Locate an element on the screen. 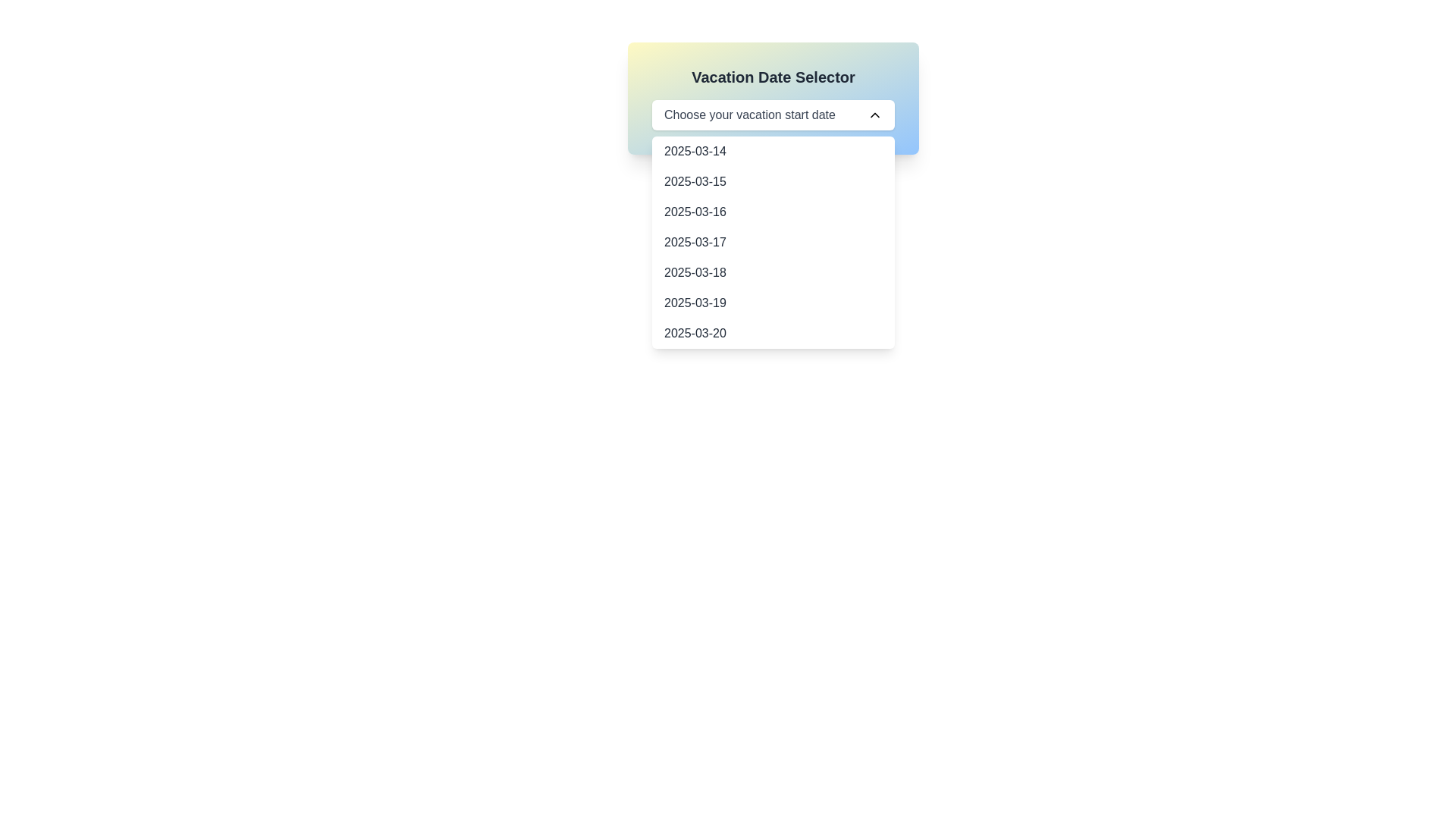 The image size is (1456, 819). the text label guiding the user to choose a start date for their vacation to change its styling is located at coordinates (749, 114).